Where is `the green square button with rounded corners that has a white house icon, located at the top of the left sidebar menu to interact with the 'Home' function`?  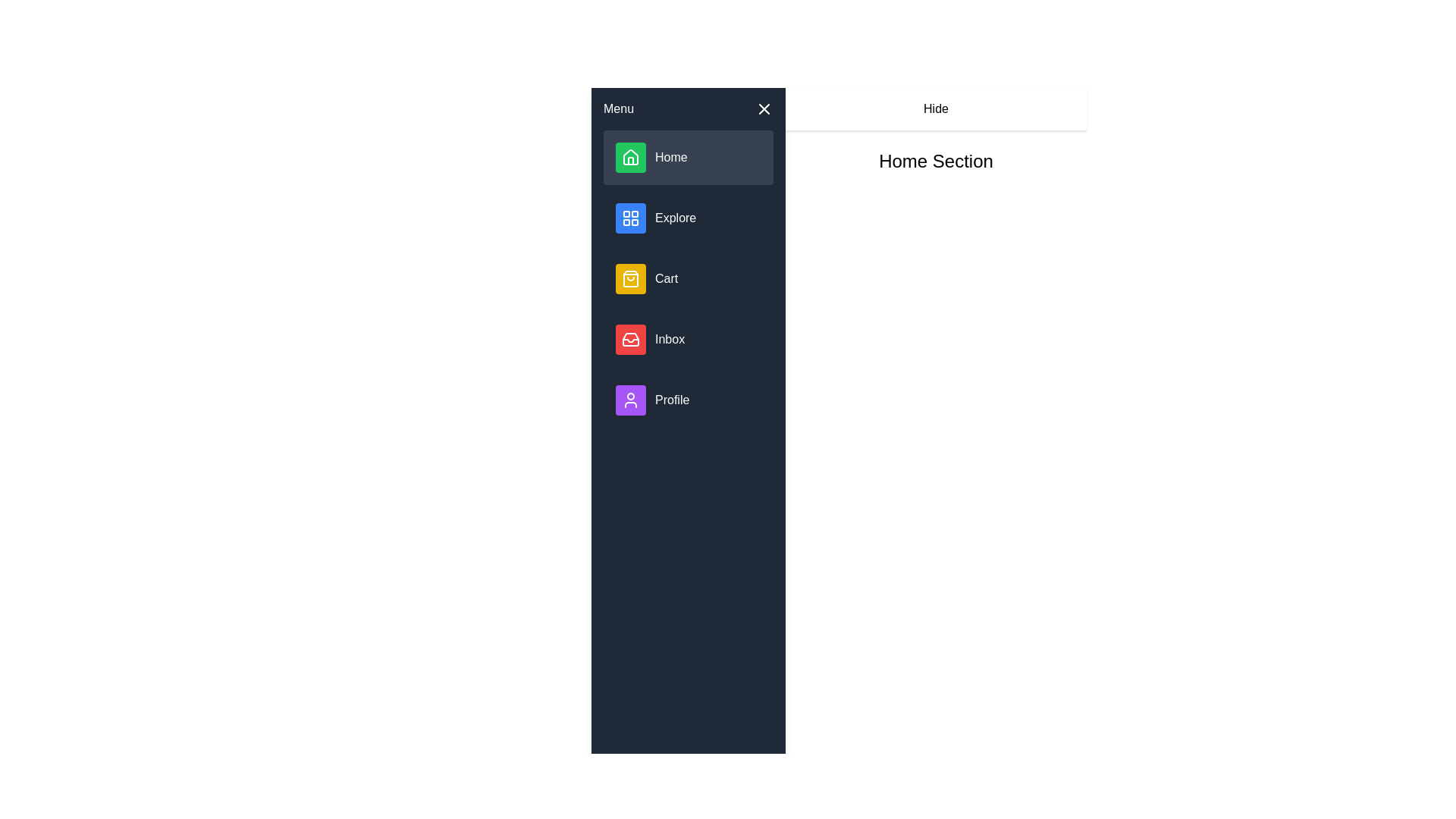 the green square button with rounded corners that has a white house icon, located at the top of the left sidebar menu to interact with the 'Home' function is located at coordinates (630, 158).